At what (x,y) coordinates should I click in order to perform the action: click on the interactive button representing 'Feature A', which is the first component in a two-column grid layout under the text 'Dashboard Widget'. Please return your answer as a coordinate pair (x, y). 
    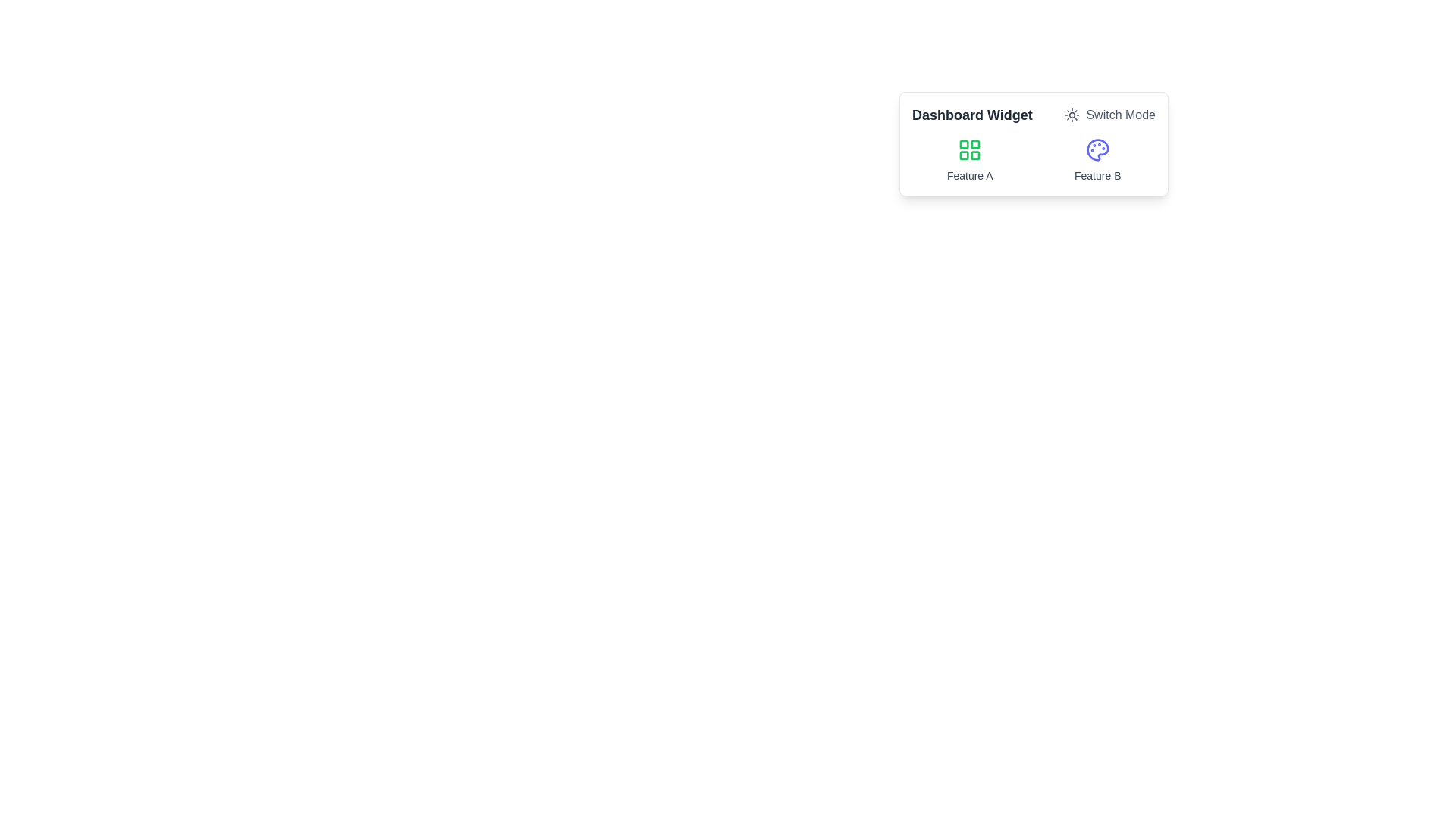
    Looking at the image, I should click on (969, 161).